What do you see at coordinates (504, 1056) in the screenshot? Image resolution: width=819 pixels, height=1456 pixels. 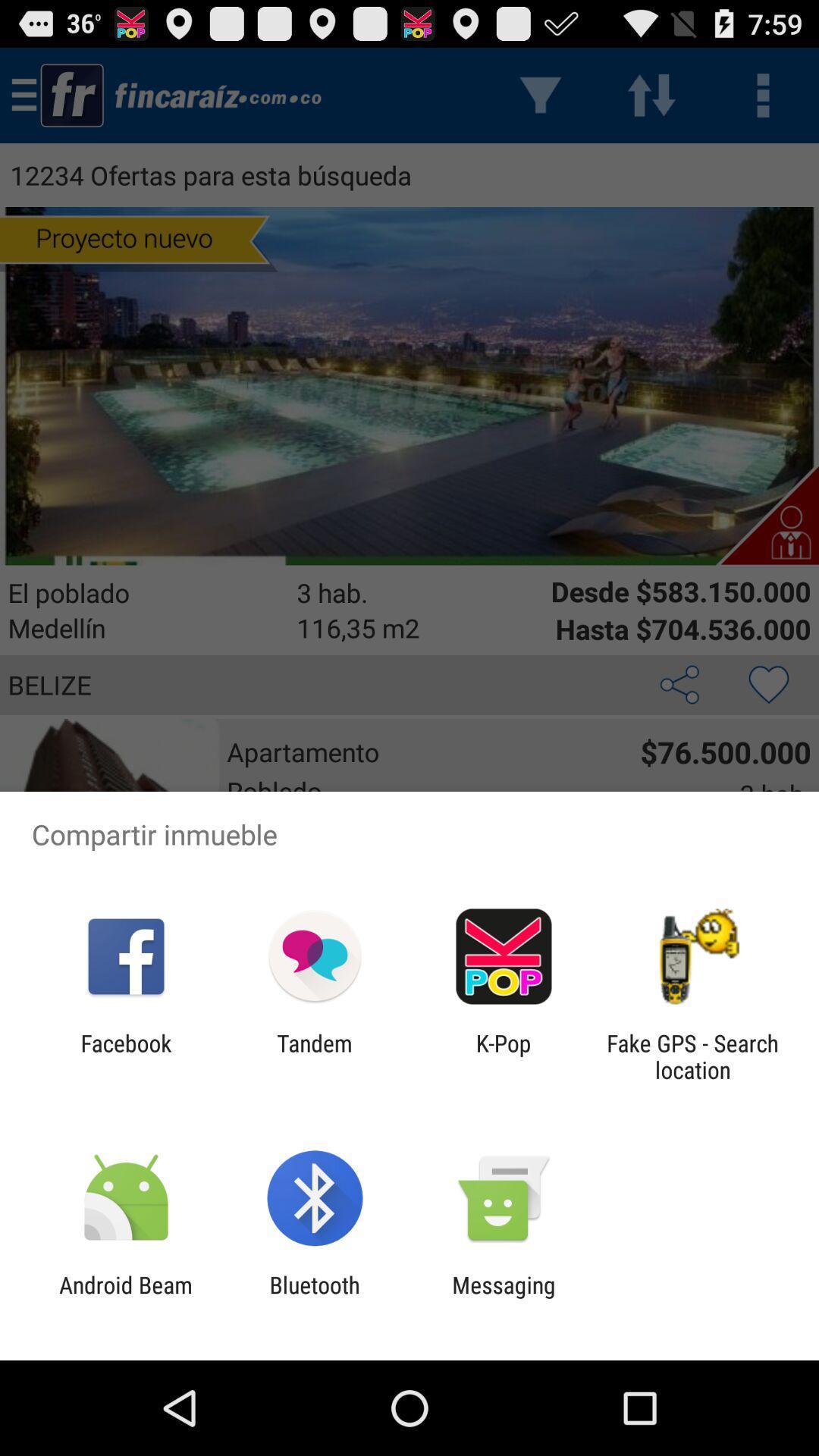 I see `the item next to tandem` at bounding box center [504, 1056].